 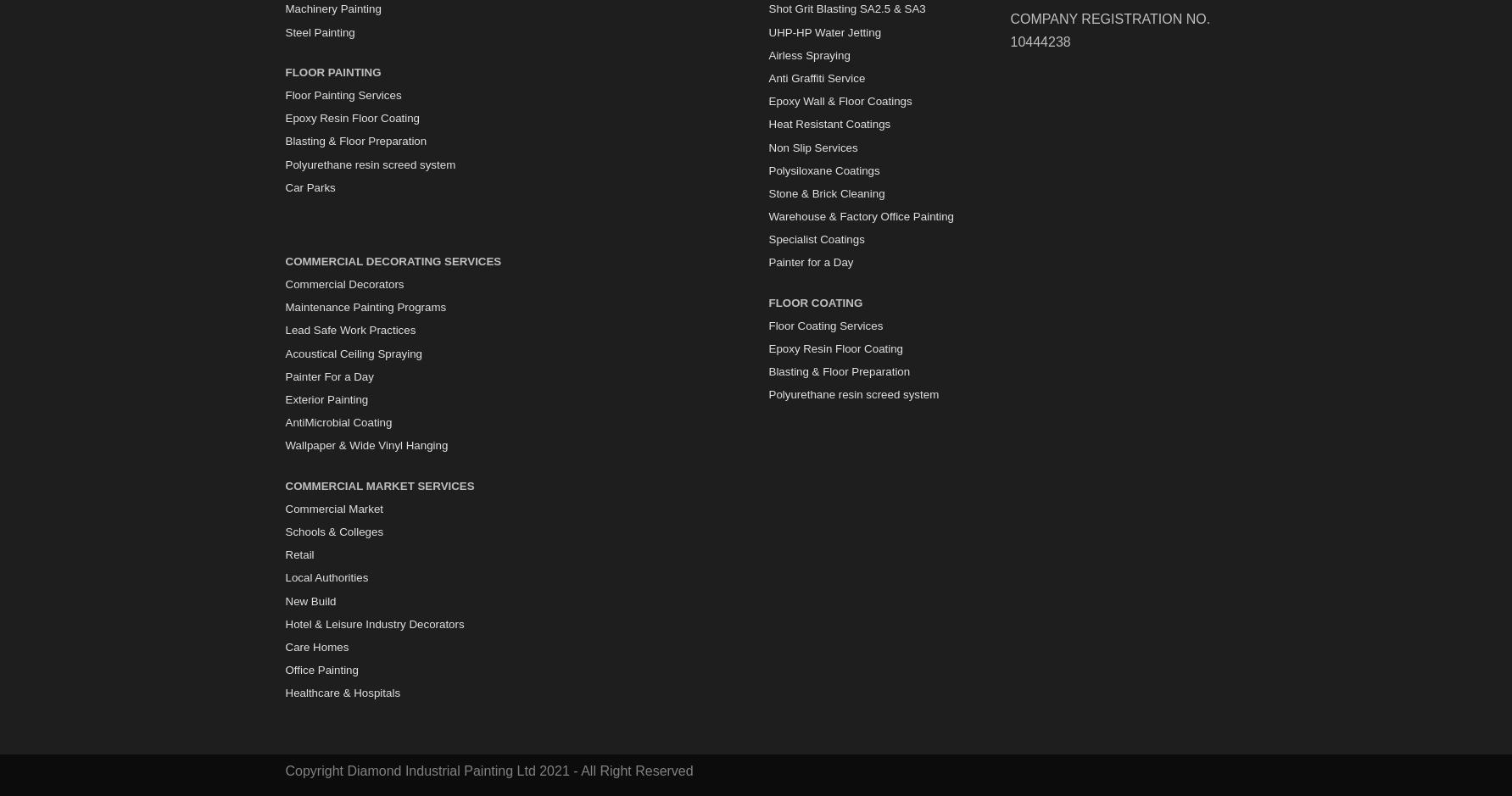 What do you see at coordinates (861, 215) in the screenshot?
I see `'Warehouse & Factory Office Painting'` at bounding box center [861, 215].